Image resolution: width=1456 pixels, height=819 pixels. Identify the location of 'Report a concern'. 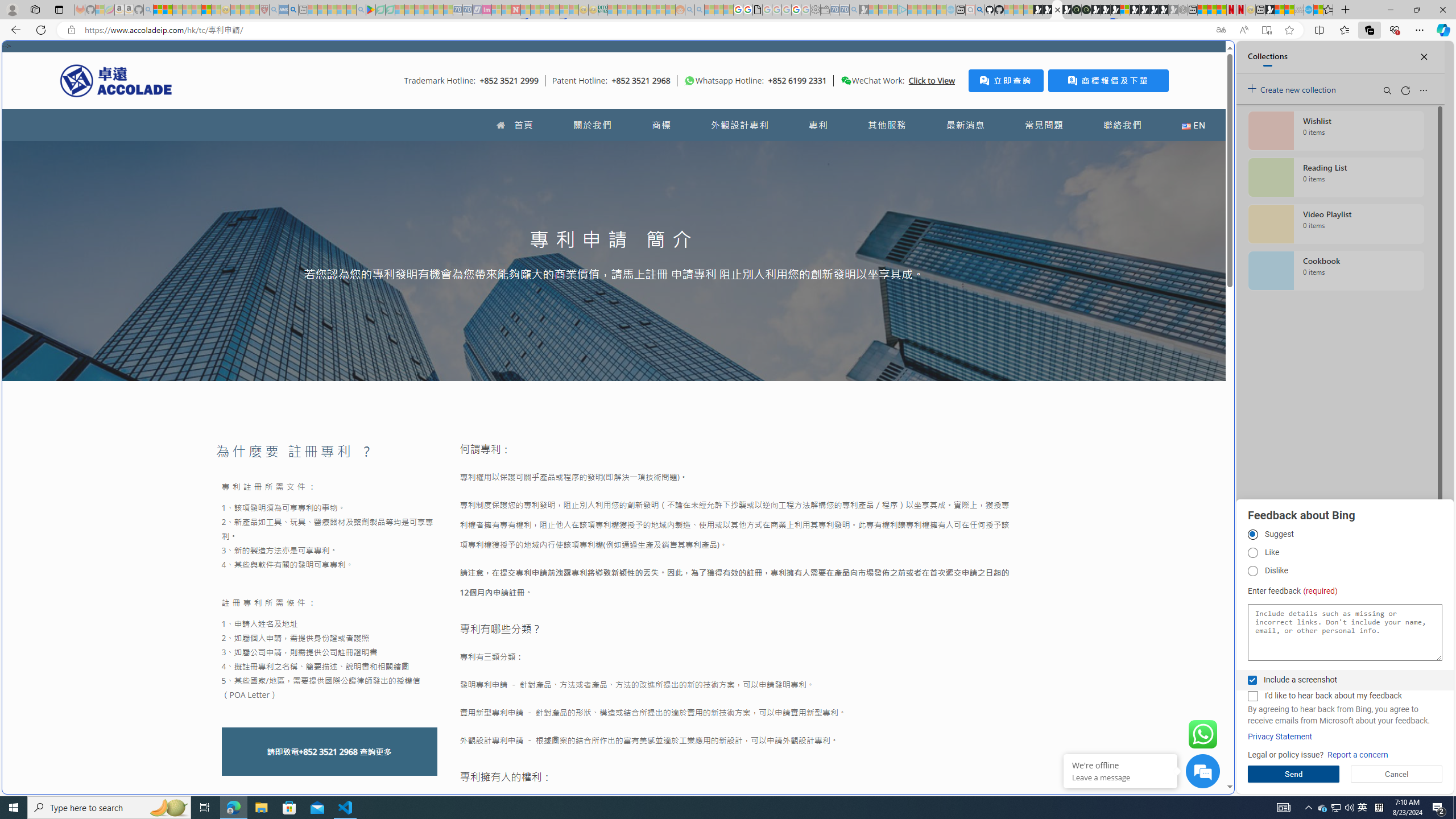
(1358, 754).